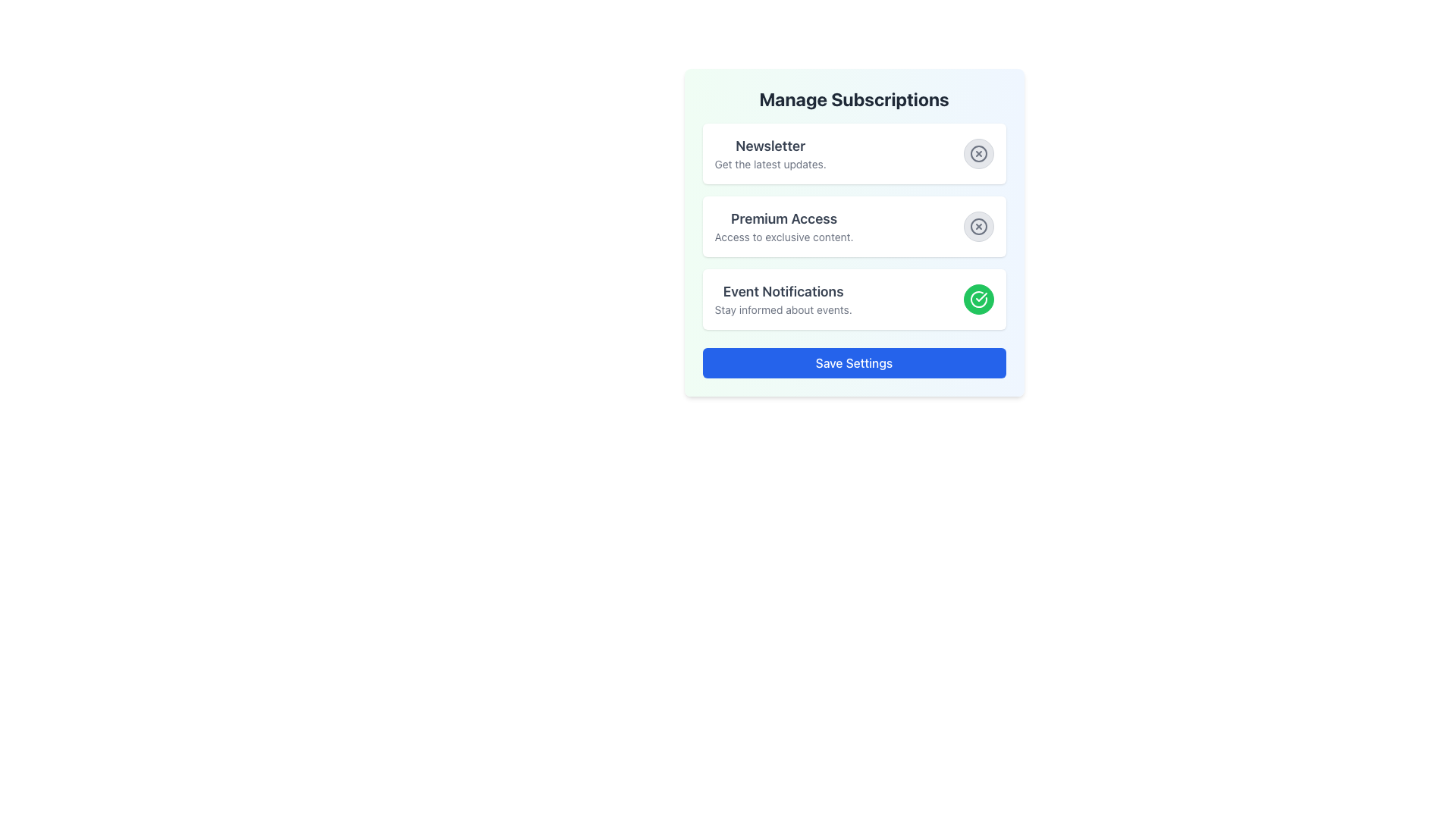 This screenshot has height=819, width=1456. What do you see at coordinates (981, 297) in the screenshot?
I see `the confirmation icon indicating an active subscription to the 'Event Notifications' option, located to the right of the 'Event Notifications' text` at bounding box center [981, 297].